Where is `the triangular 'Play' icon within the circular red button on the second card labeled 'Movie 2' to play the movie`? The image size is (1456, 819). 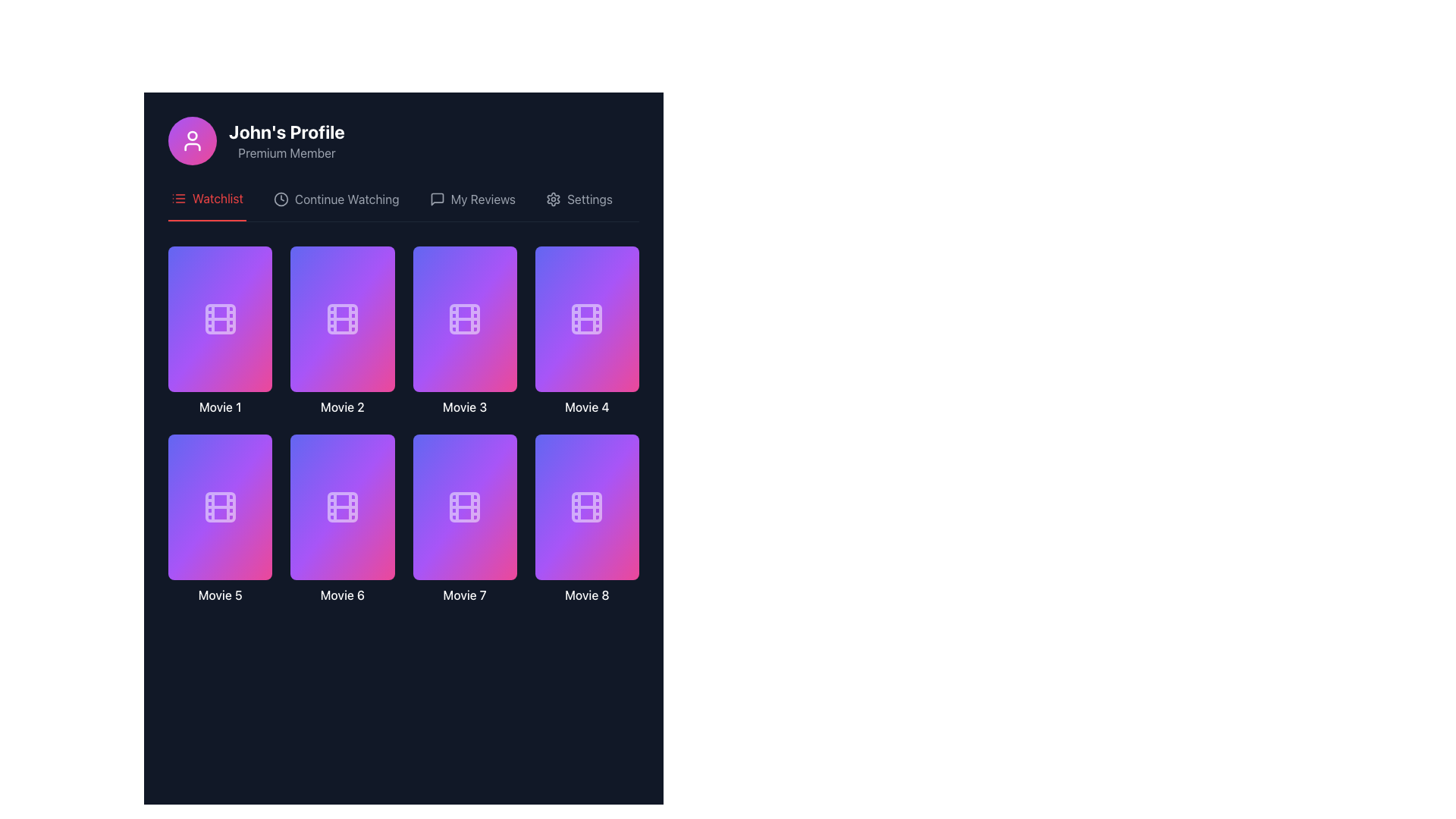
the triangular 'Play' icon within the circular red button on the second card labeled 'Movie 2' to play the movie is located at coordinates (341, 311).